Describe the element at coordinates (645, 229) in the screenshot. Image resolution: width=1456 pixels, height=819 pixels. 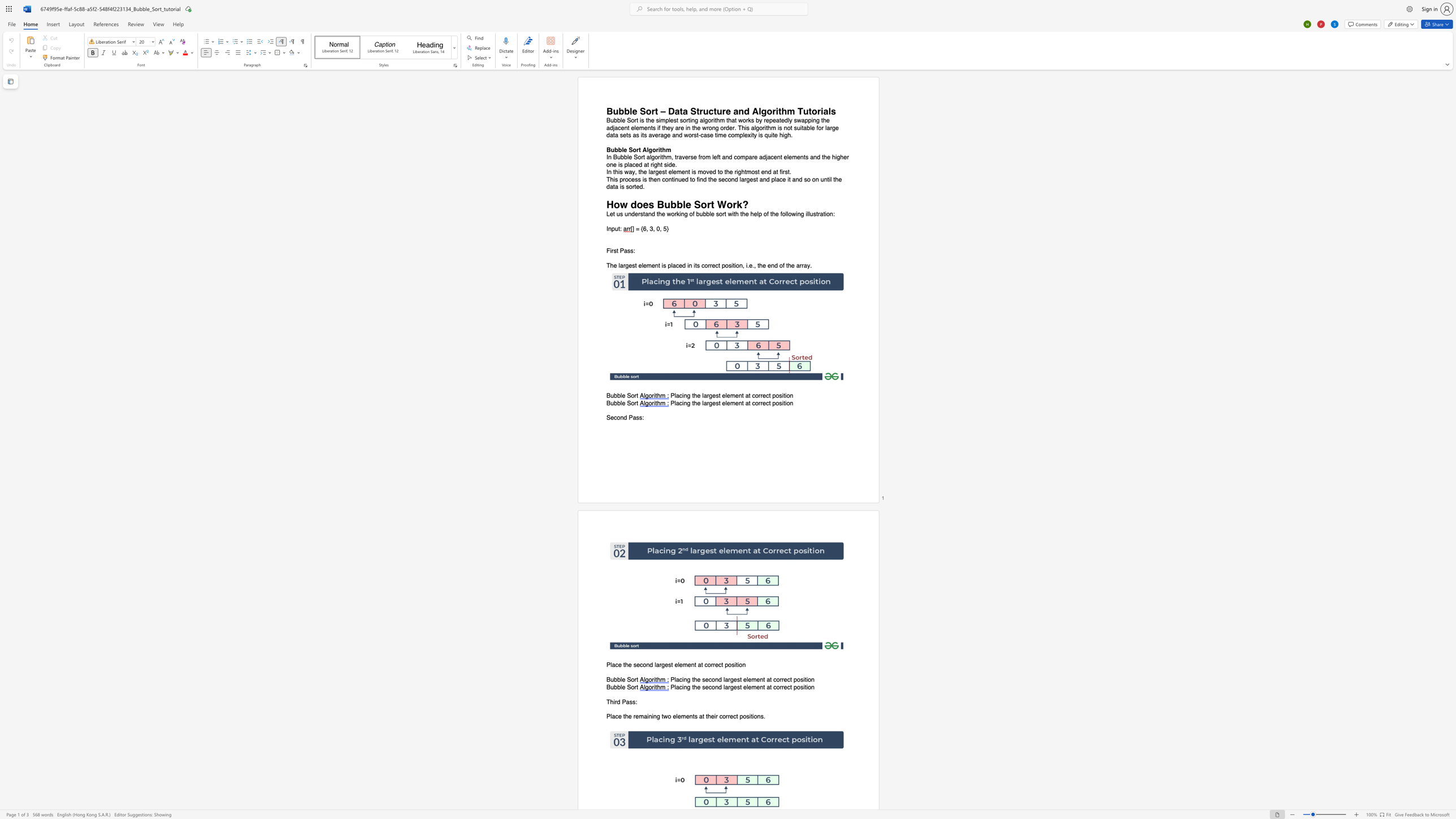
I see `the space between the continuous character "6" and "," in the text` at that location.